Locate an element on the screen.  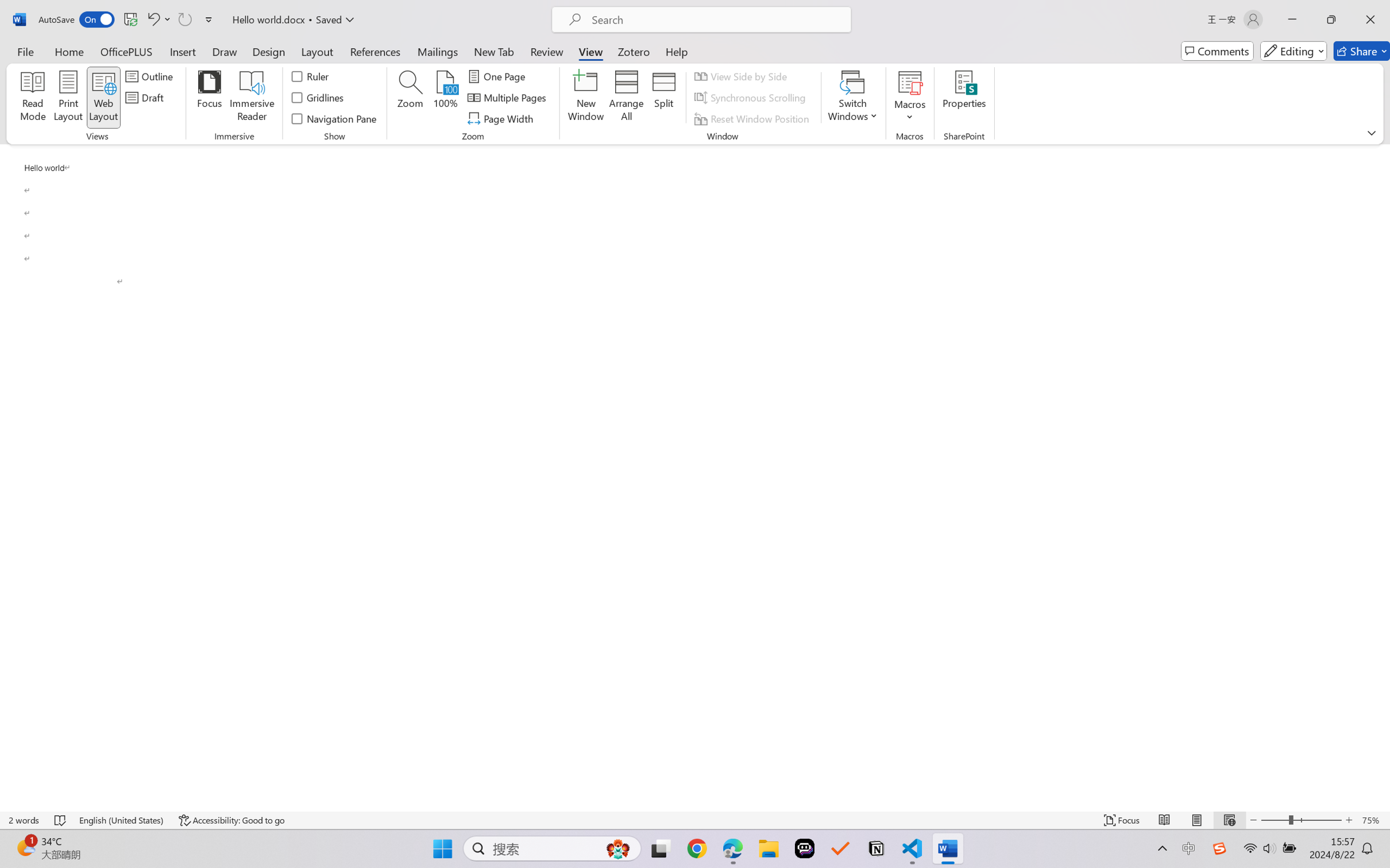
'AutomationID: BadgeAnchorLargeTicker' is located at coordinates (25, 847).